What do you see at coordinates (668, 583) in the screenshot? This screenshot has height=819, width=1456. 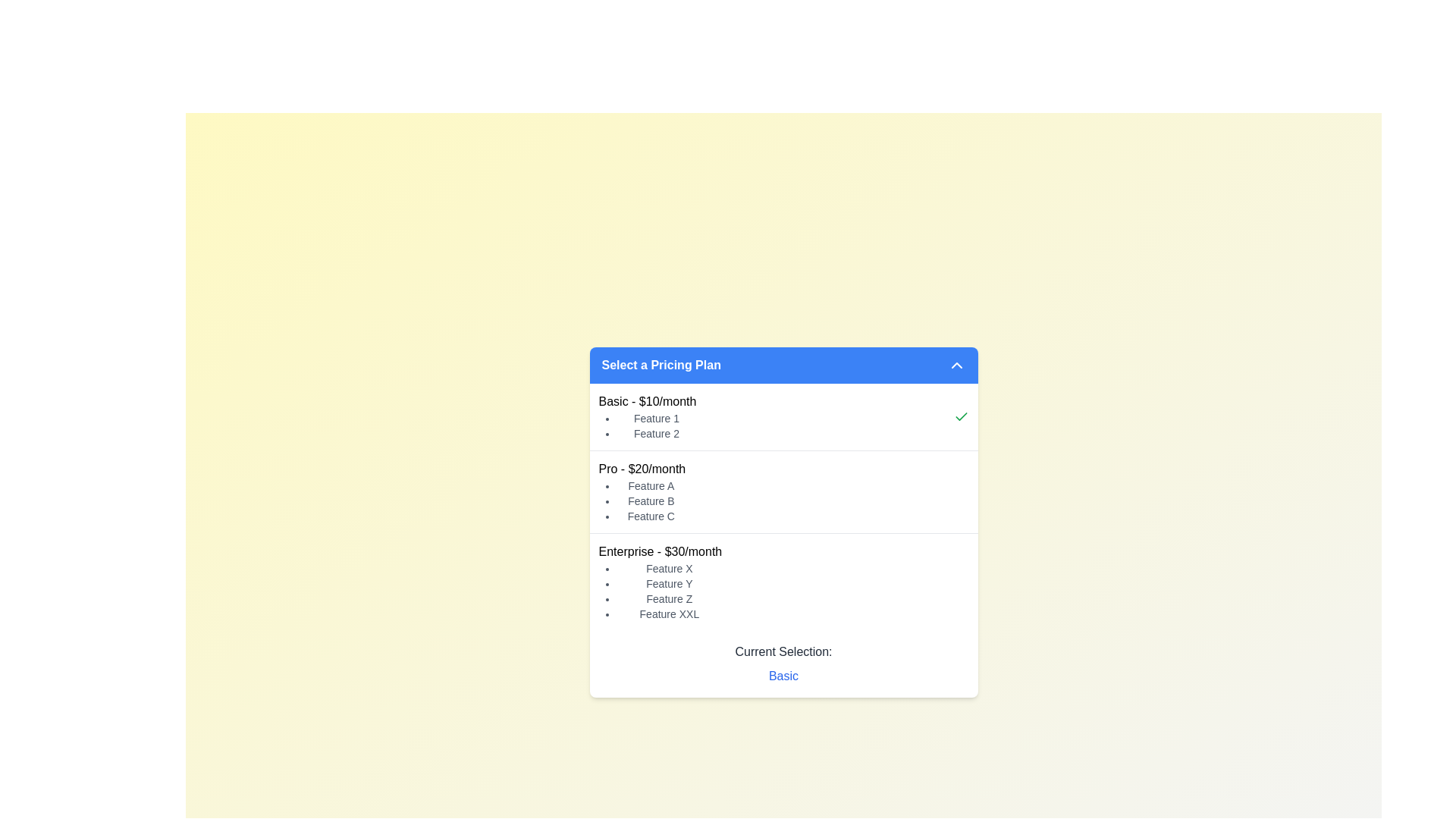 I see `the text label displaying 'Feature Y' under the 'Enterprise - $30/month' heading` at bounding box center [668, 583].